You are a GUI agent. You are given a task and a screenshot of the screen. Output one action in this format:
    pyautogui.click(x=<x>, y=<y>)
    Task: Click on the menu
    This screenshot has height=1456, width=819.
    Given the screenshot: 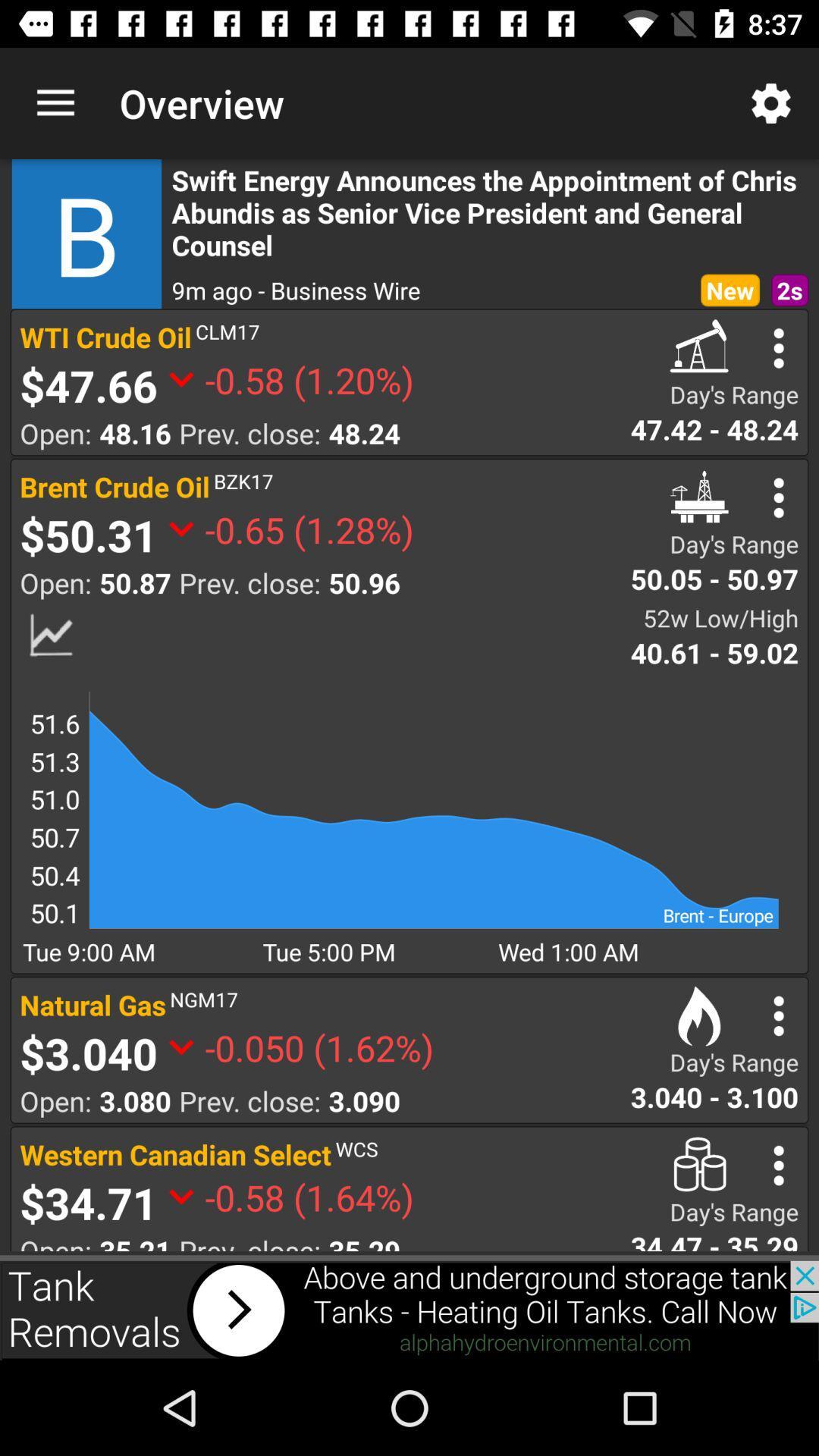 What is the action you would take?
    pyautogui.click(x=779, y=1015)
    